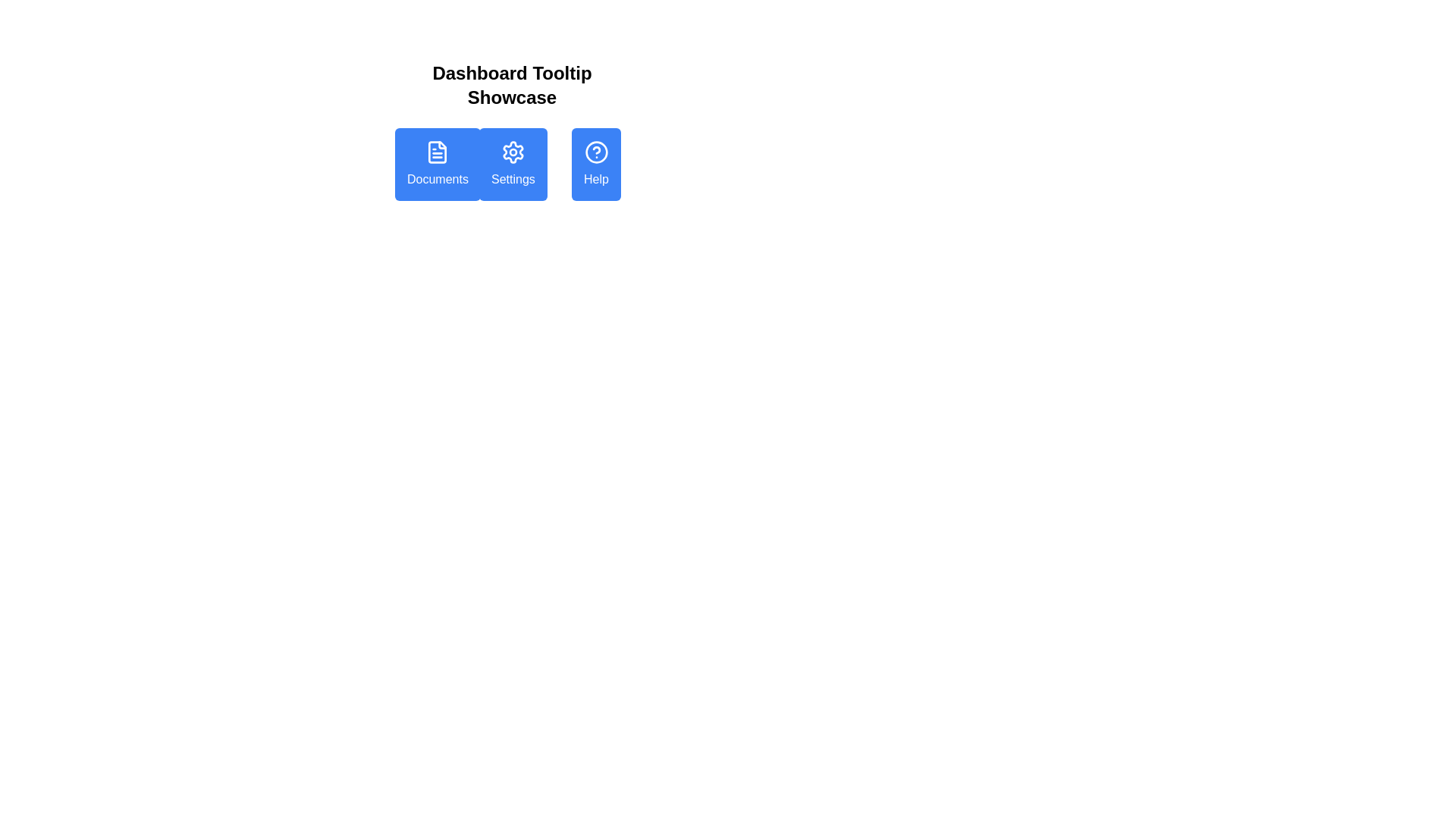  Describe the element at coordinates (437, 164) in the screenshot. I see `the first button in the row of buttons located beneath the 'Dashboard Tooltip Showcase' heading` at that location.